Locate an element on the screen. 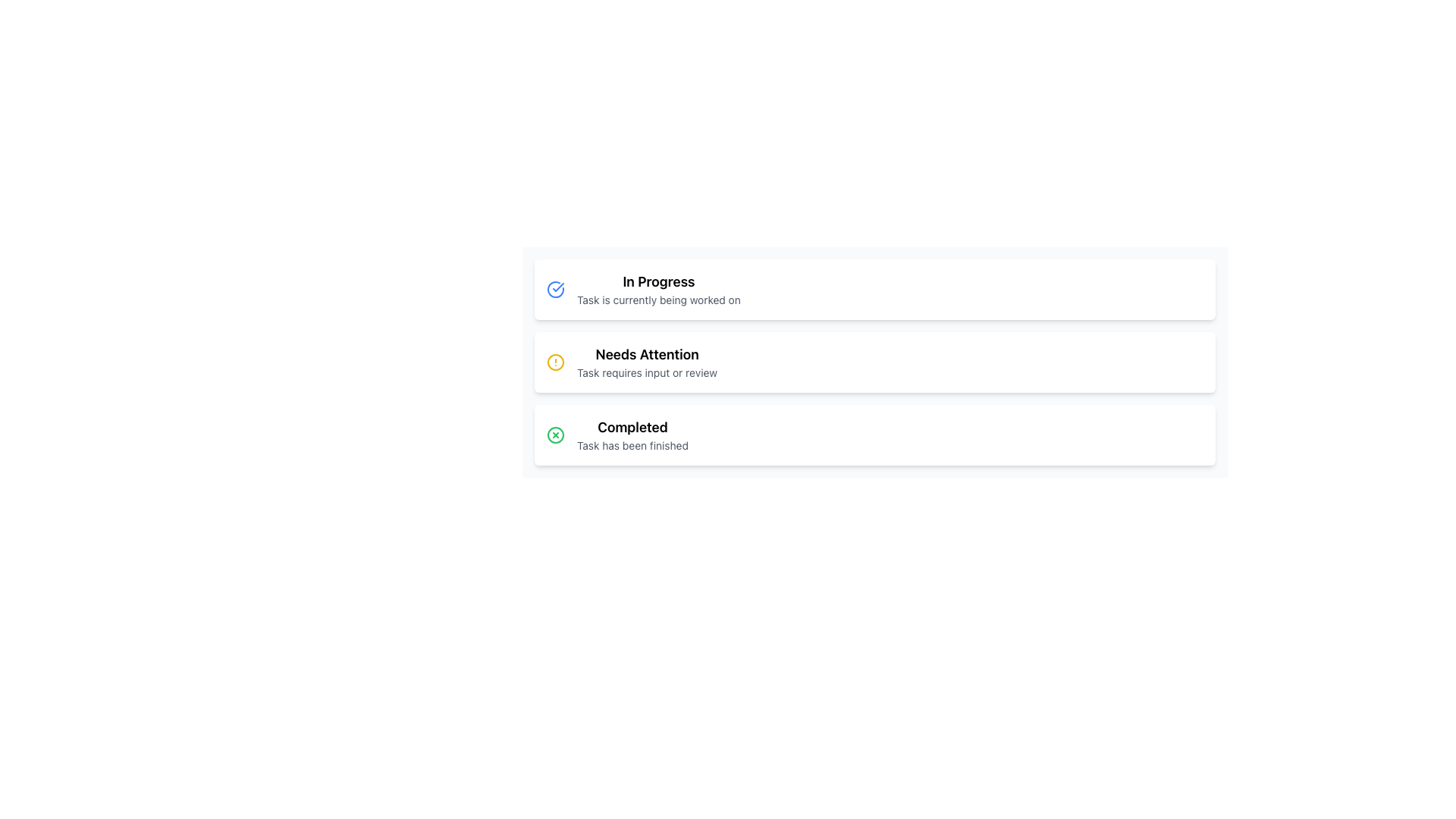 The image size is (1456, 819). the primary heading or title text that indicates the current status of a task, which is situated above the descriptive text saying 'Task is currently being worked on' is located at coordinates (658, 281).